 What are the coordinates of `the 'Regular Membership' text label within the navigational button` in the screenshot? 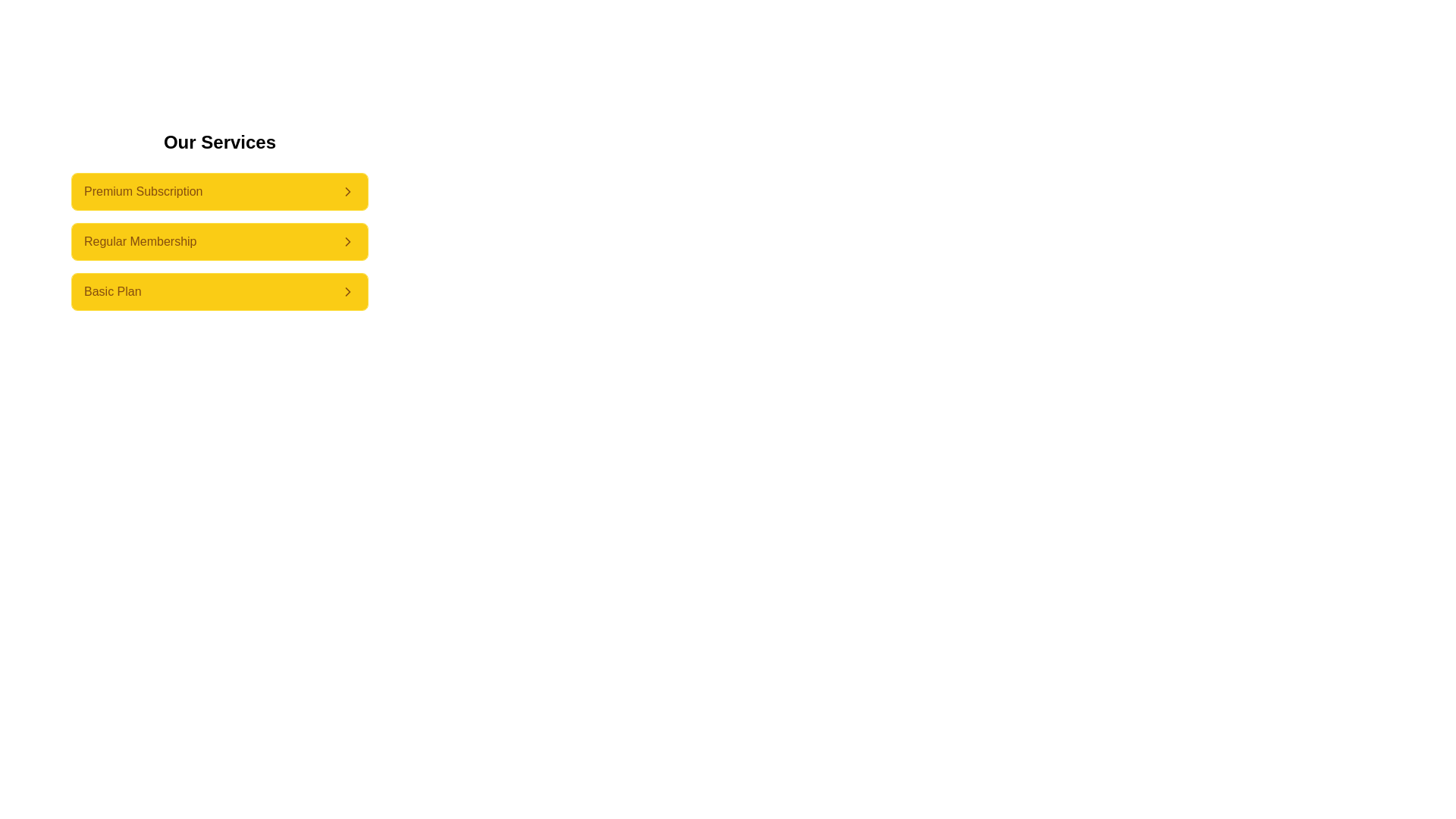 It's located at (140, 241).